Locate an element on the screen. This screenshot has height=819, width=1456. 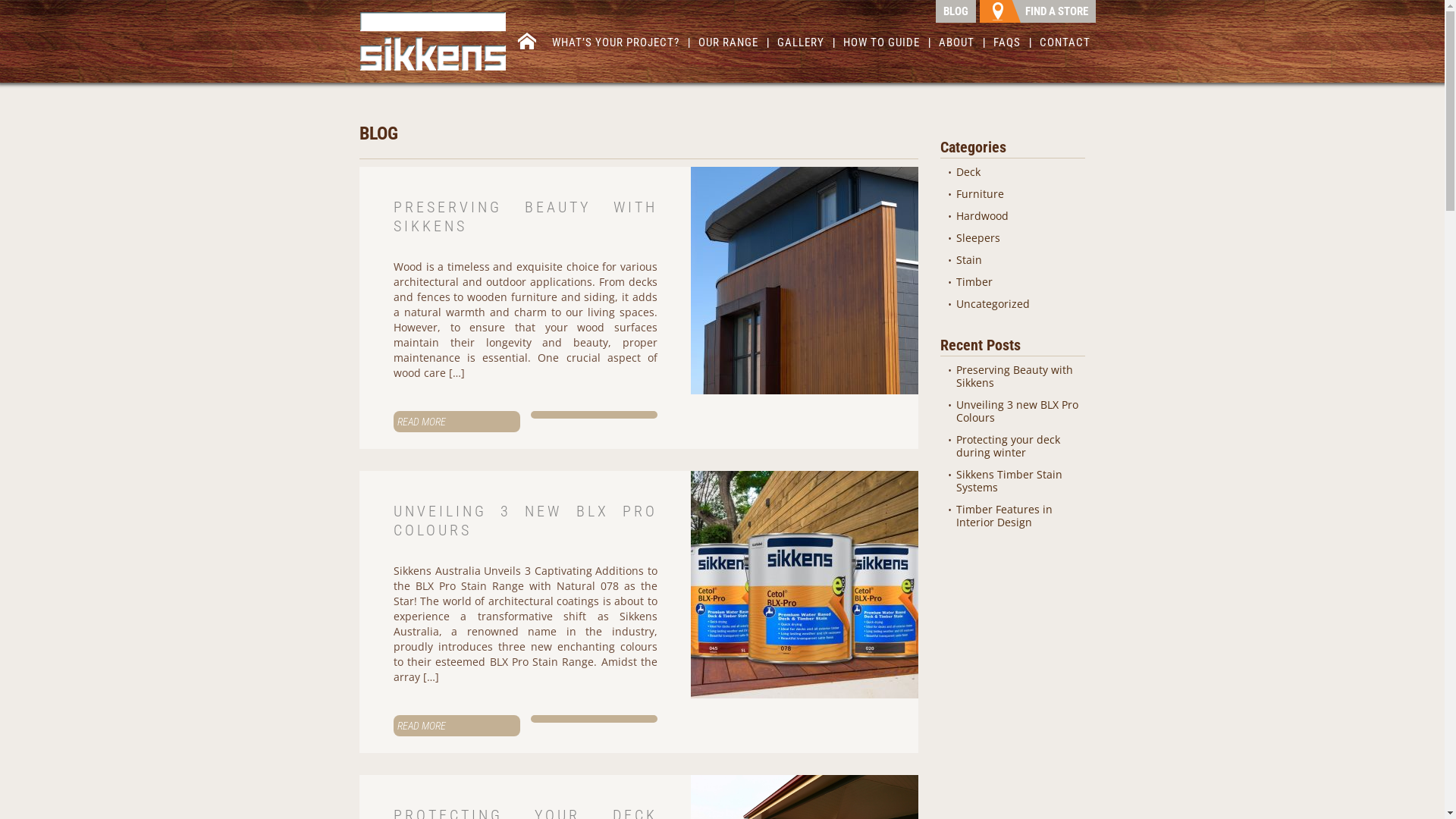
'READ MORE' is located at coordinates (393, 724).